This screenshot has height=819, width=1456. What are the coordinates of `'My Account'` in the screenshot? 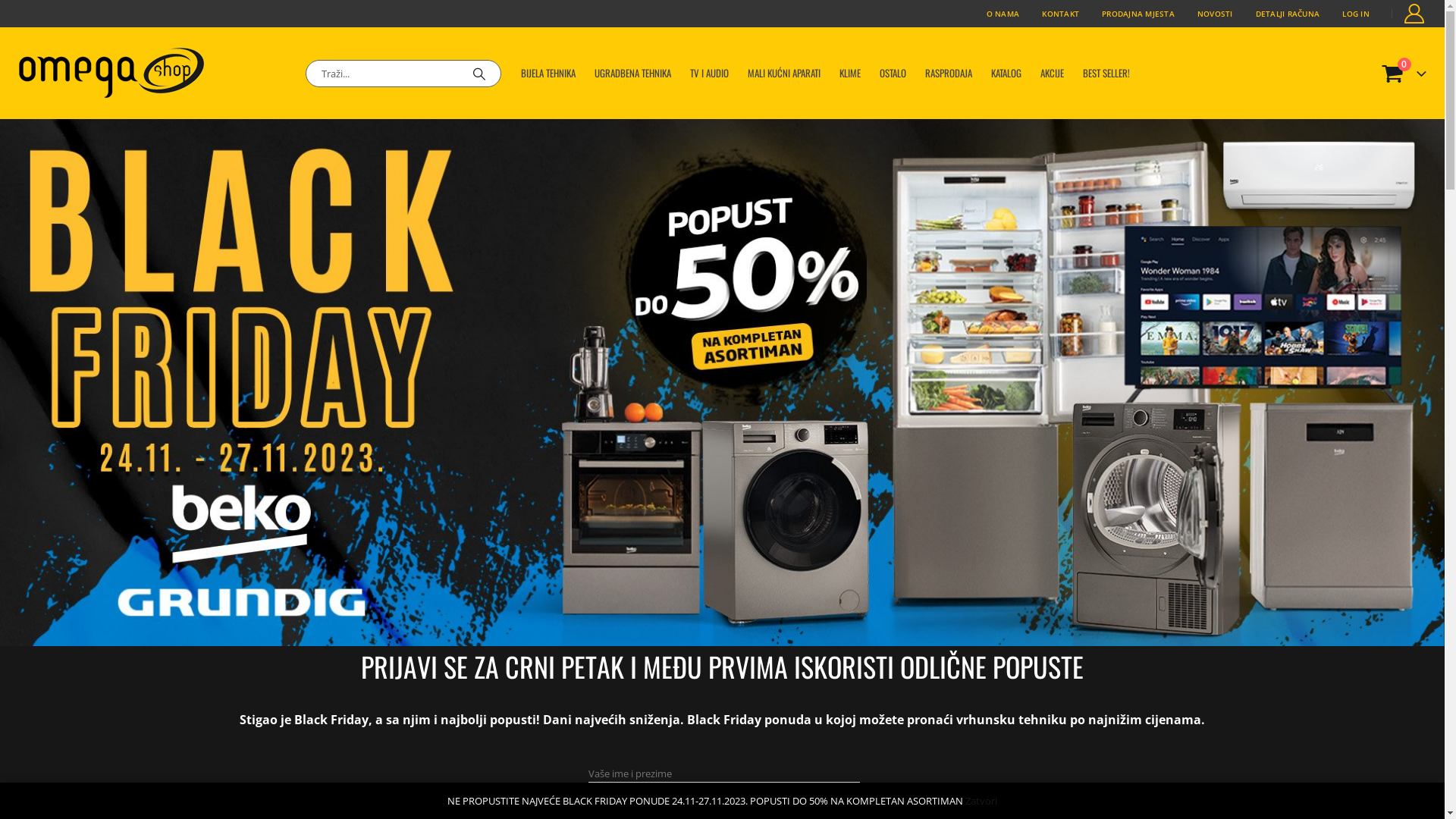 It's located at (1414, 14).